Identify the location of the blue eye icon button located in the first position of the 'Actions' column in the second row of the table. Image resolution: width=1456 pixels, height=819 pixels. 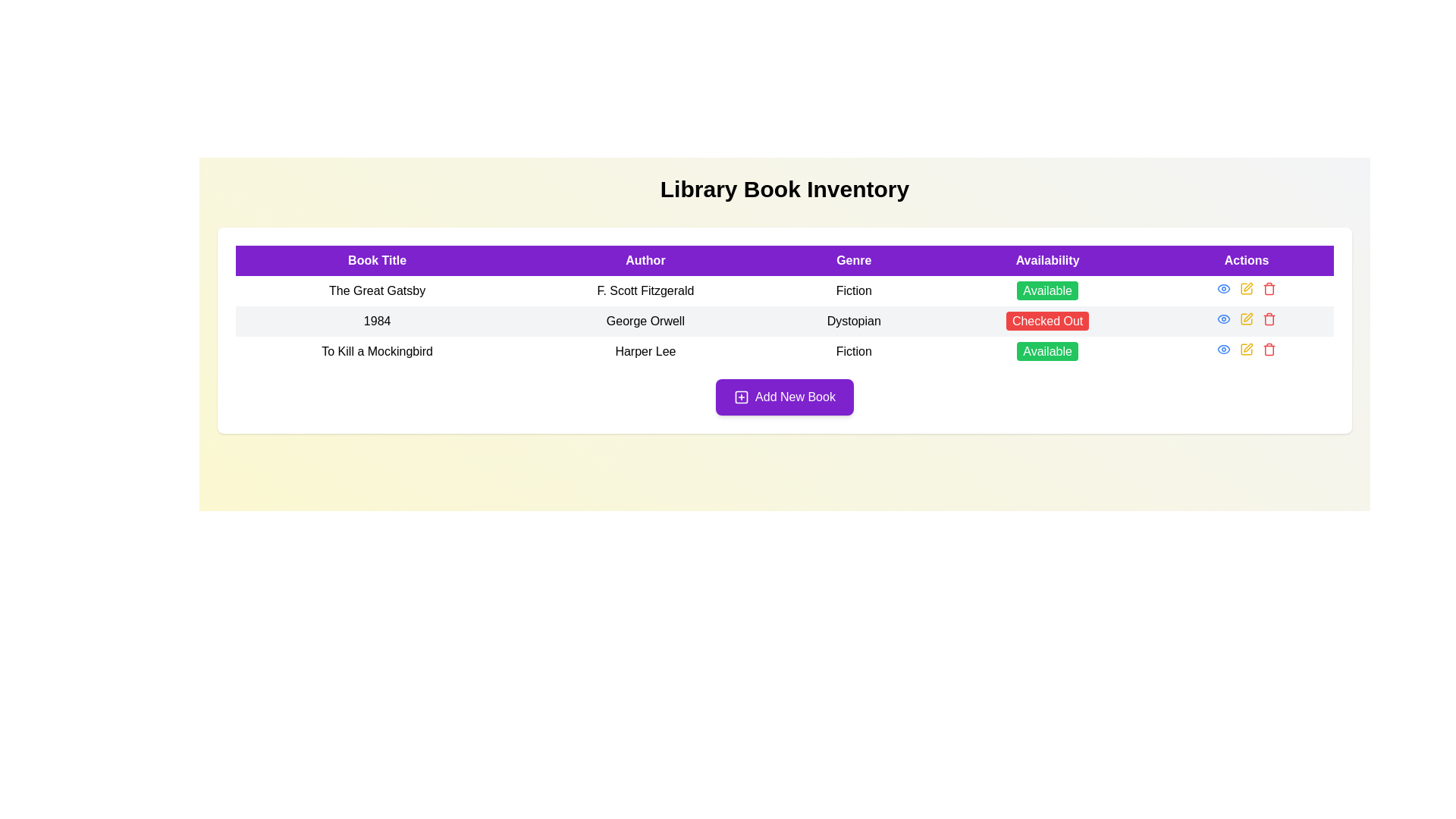
(1223, 318).